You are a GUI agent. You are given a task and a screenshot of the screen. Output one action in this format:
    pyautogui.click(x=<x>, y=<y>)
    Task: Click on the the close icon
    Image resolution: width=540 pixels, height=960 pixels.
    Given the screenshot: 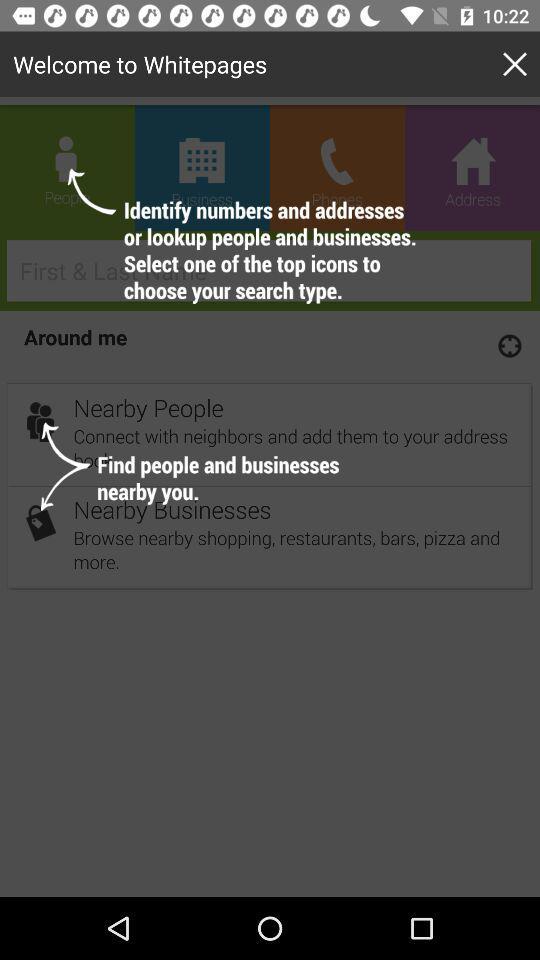 What is the action you would take?
    pyautogui.click(x=518, y=64)
    